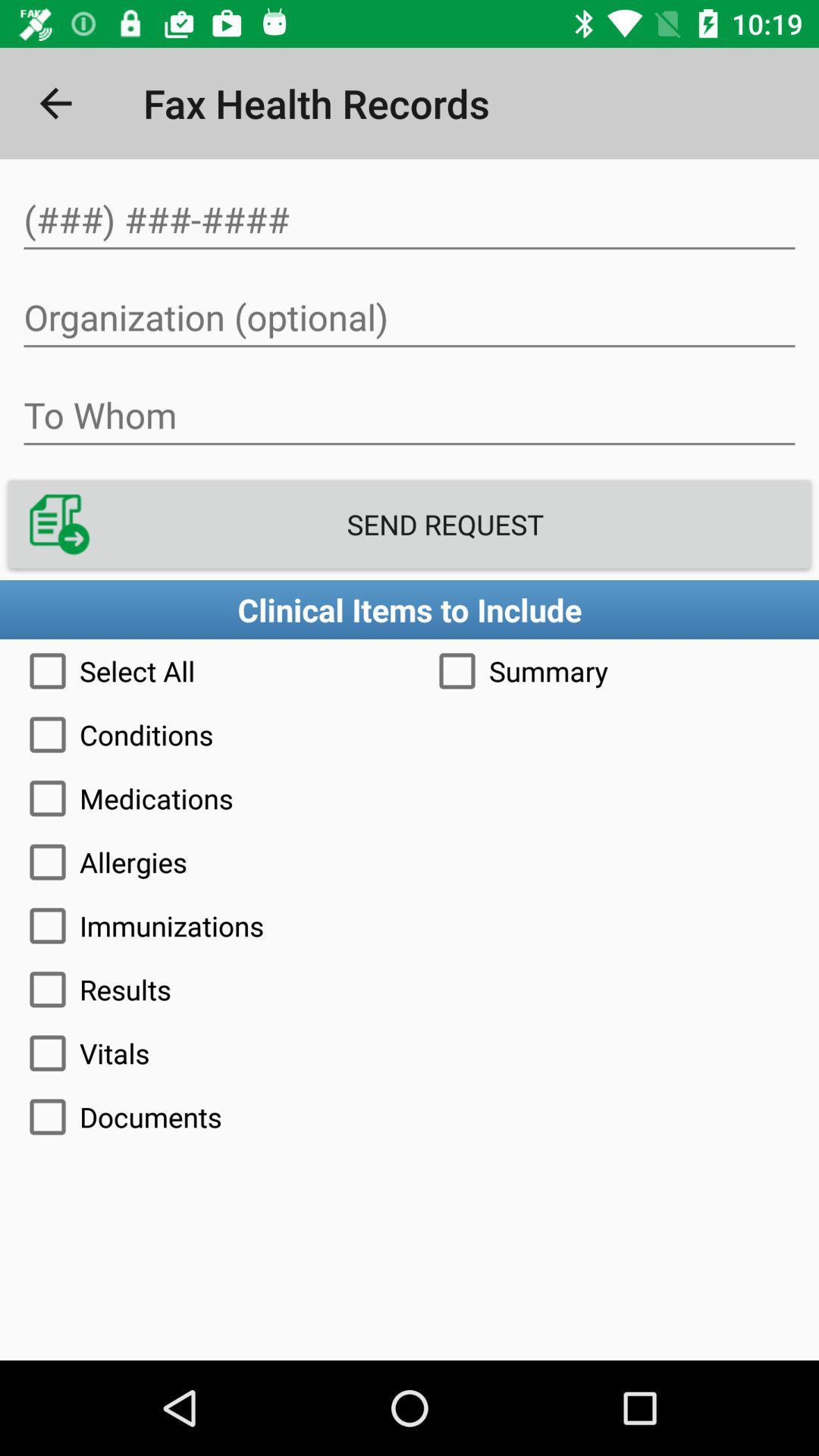  Describe the element at coordinates (409, 862) in the screenshot. I see `the icon above the immunizations` at that location.